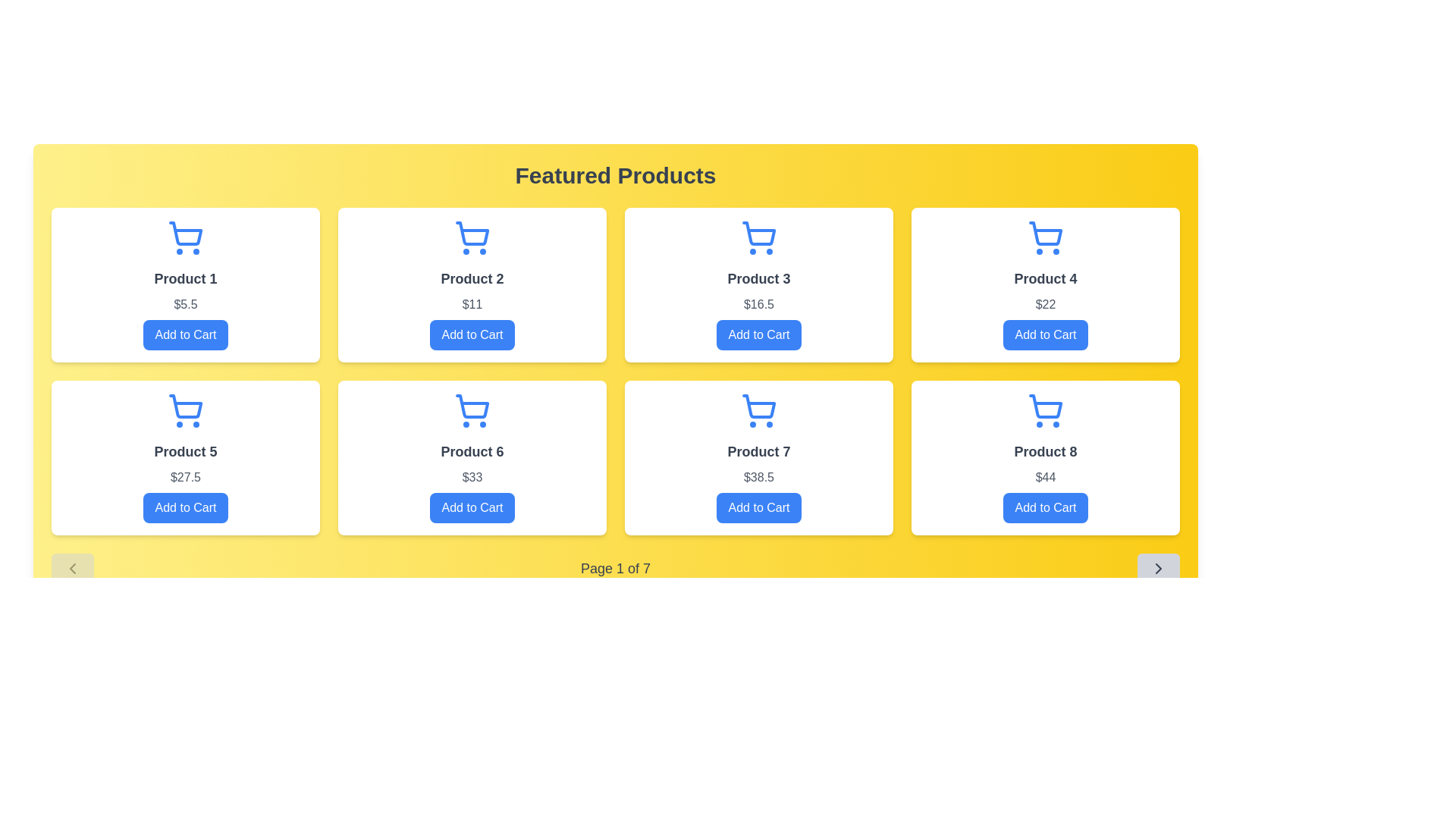  Describe the element at coordinates (615, 568) in the screenshot. I see `the text display for pagination info located at the bottom of the product section, which shows the current page number and total pages` at that location.